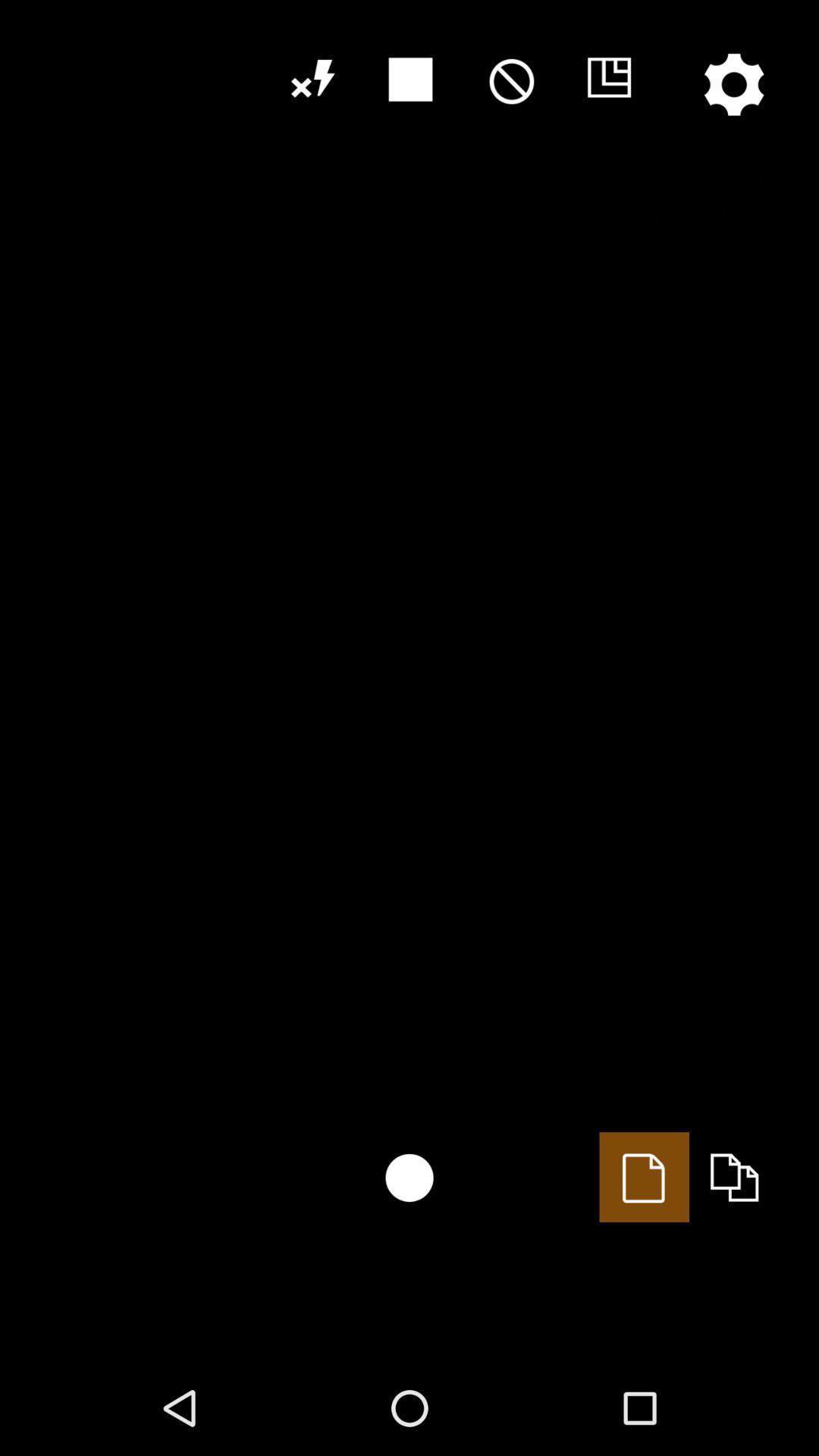 The height and width of the screenshot is (1456, 819). What do you see at coordinates (733, 1176) in the screenshot?
I see `the copy icon` at bounding box center [733, 1176].